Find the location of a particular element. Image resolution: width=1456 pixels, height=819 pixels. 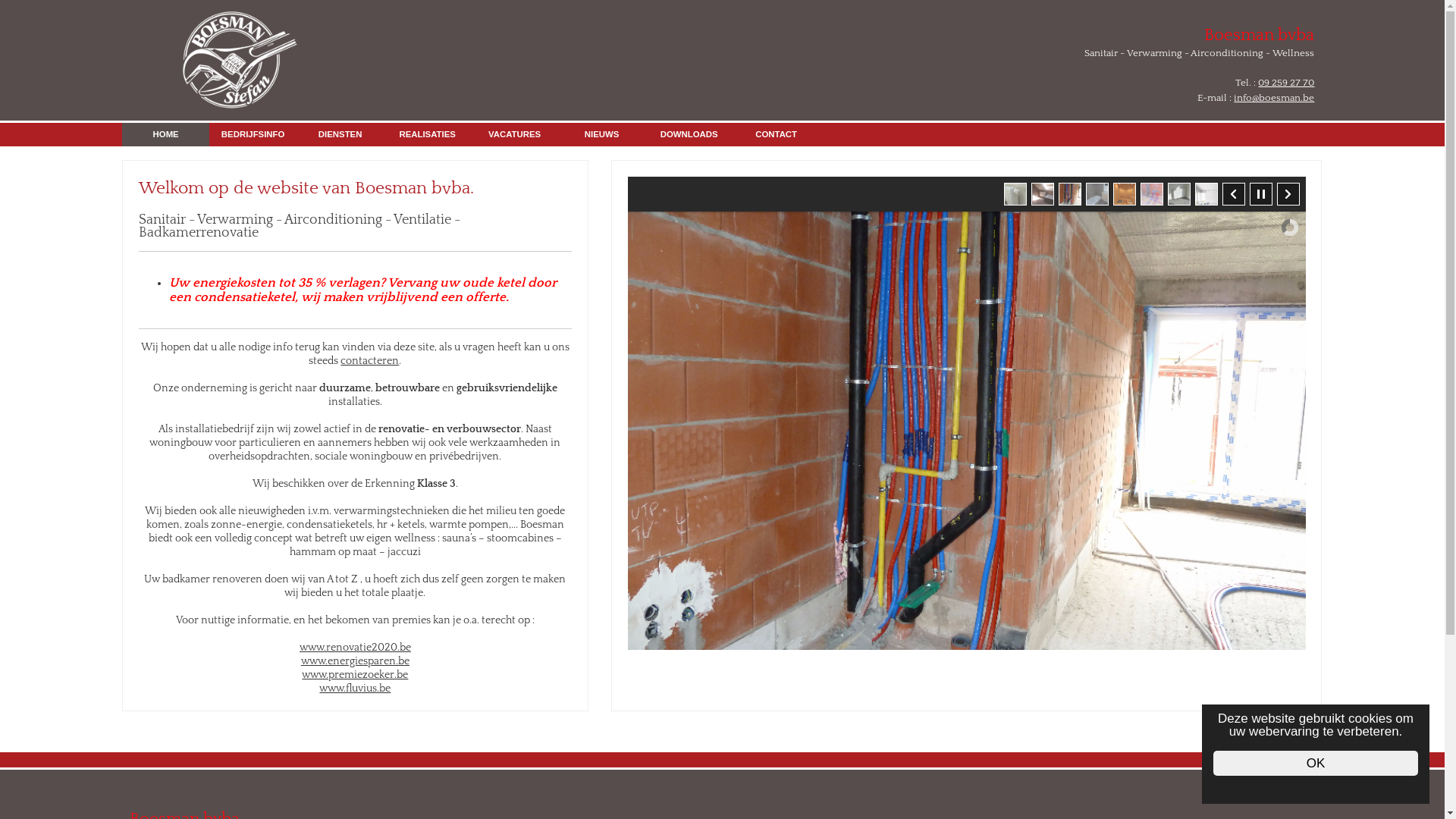

'09 259 27 70' is located at coordinates (1285, 82).